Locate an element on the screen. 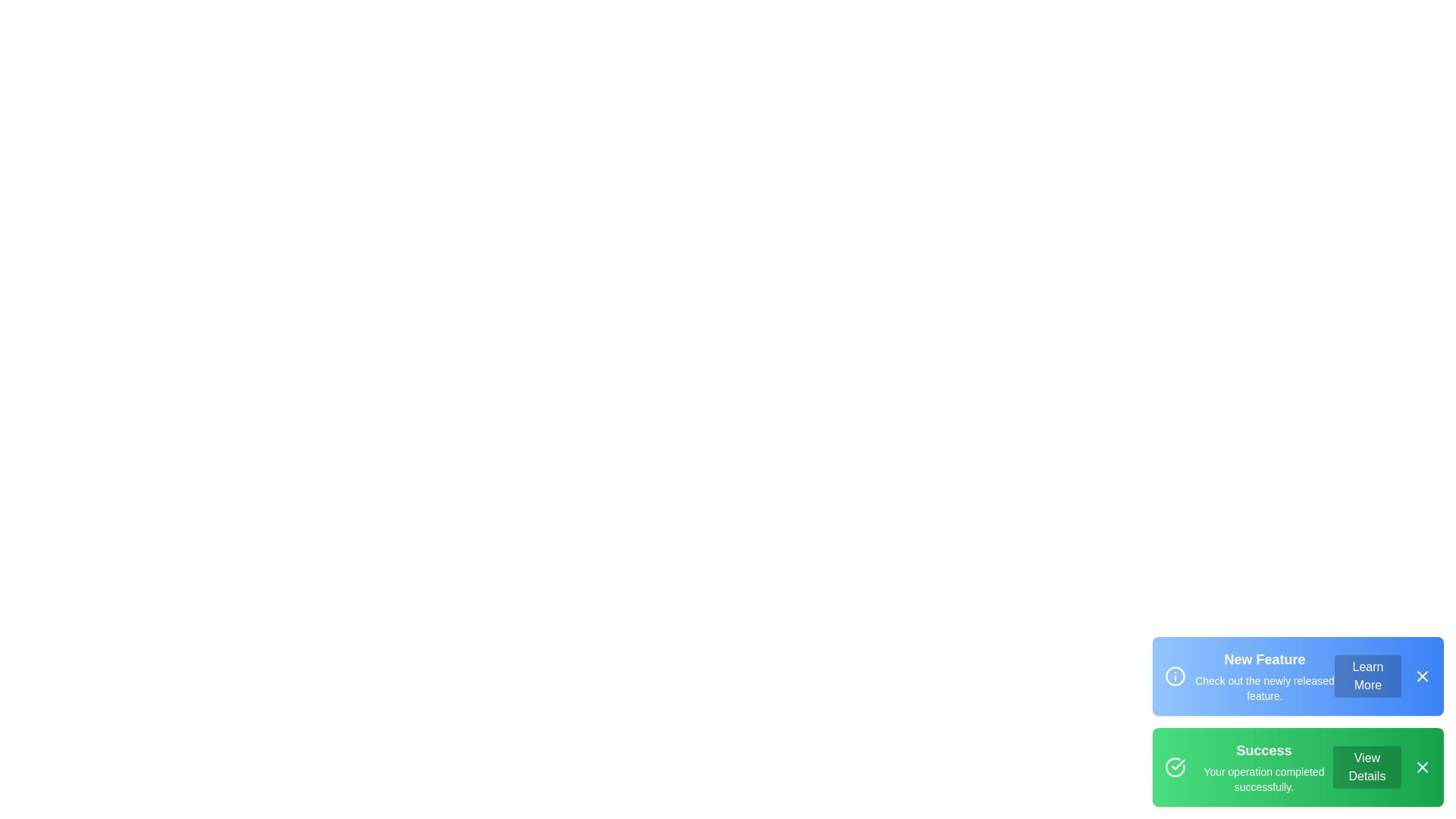 This screenshot has width=1456, height=819. the close button ('X') of the notification to remove it is located at coordinates (1422, 675).